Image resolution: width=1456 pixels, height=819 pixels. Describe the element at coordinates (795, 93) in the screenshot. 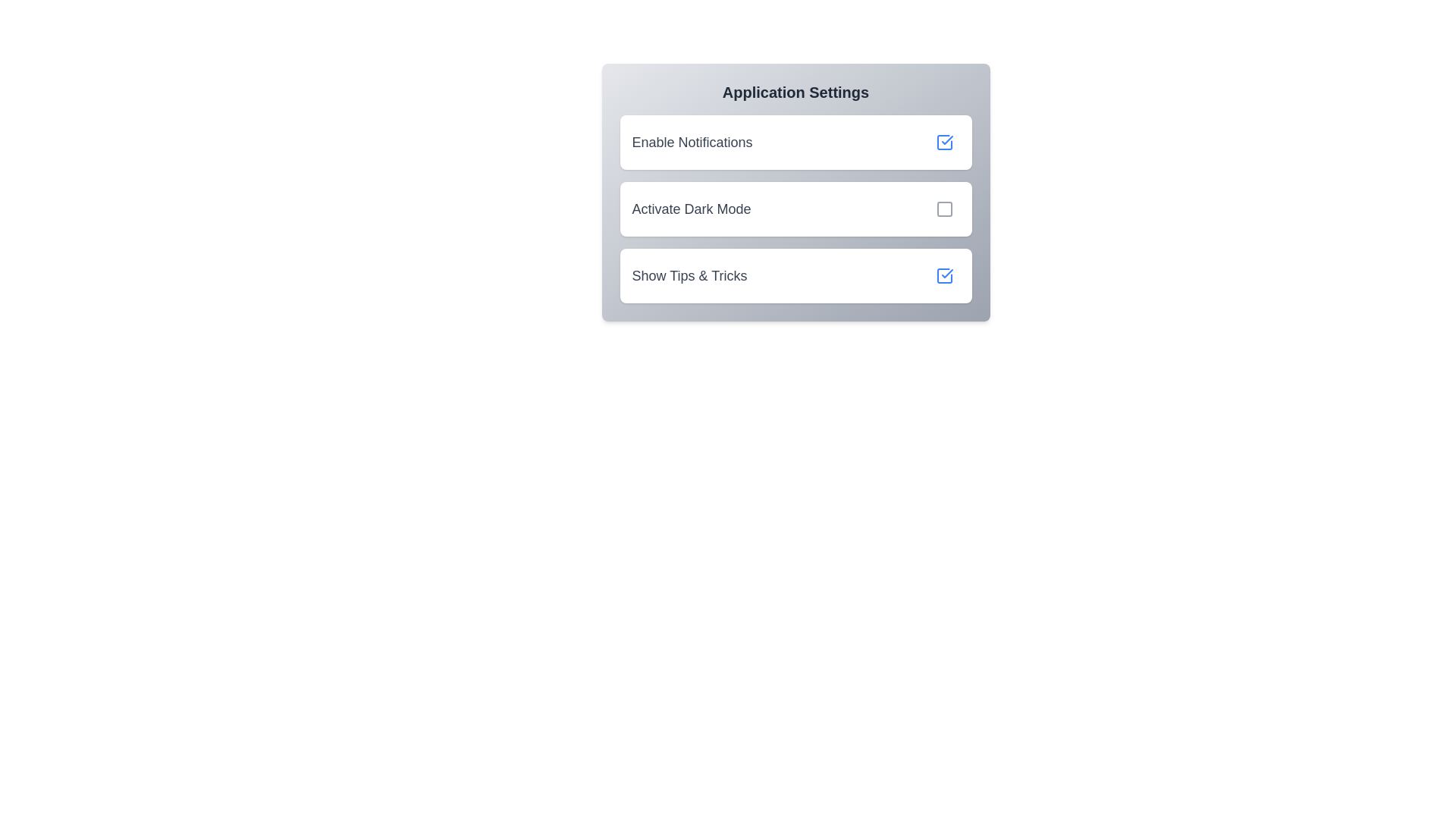

I see `the header text 'Application Settings'` at that location.